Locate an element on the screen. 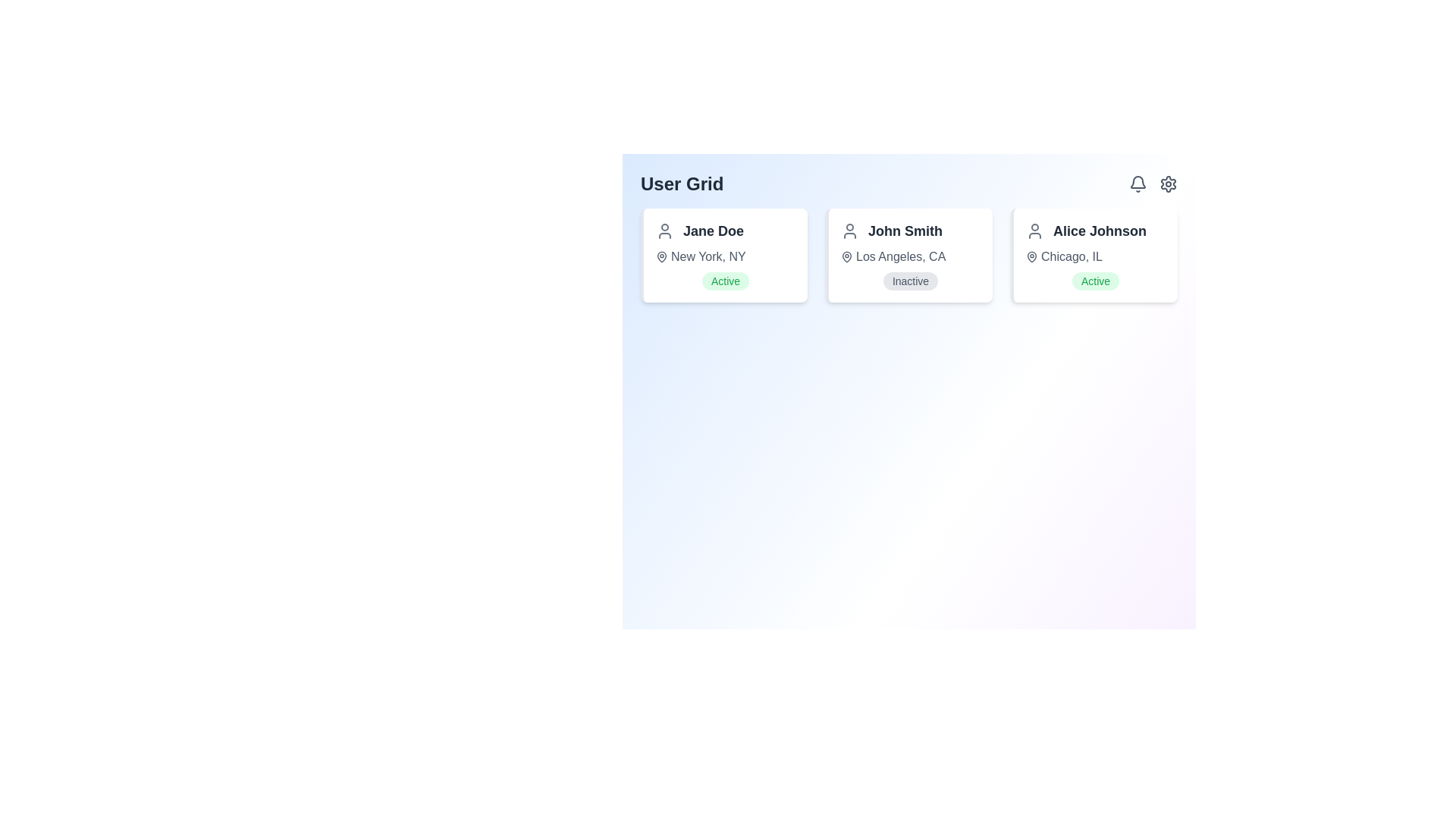 Image resolution: width=1456 pixels, height=819 pixels. properties of the decorative SVG-based user profile icon located in the first card, positioned to the left of the text 'Jane Doe' is located at coordinates (665, 231).